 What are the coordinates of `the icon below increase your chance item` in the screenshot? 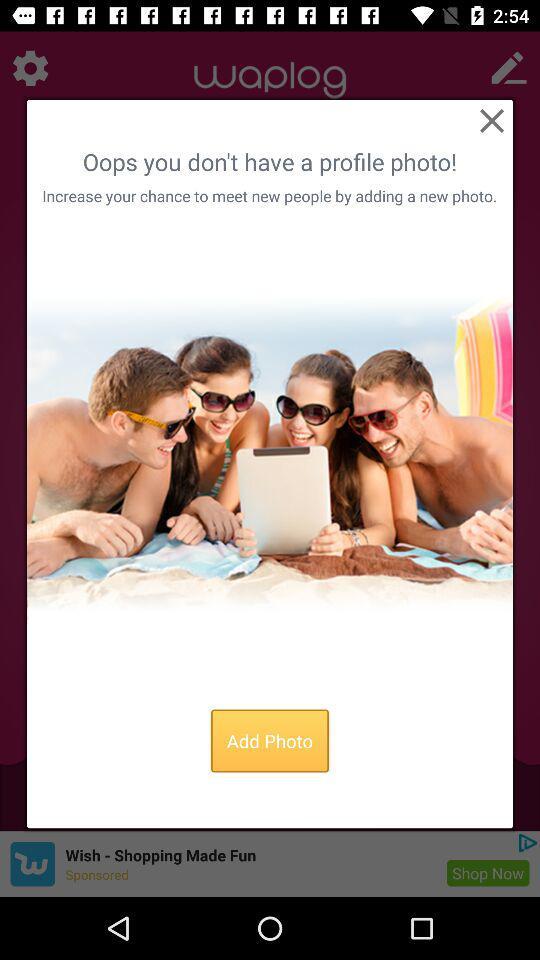 It's located at (270, 453).